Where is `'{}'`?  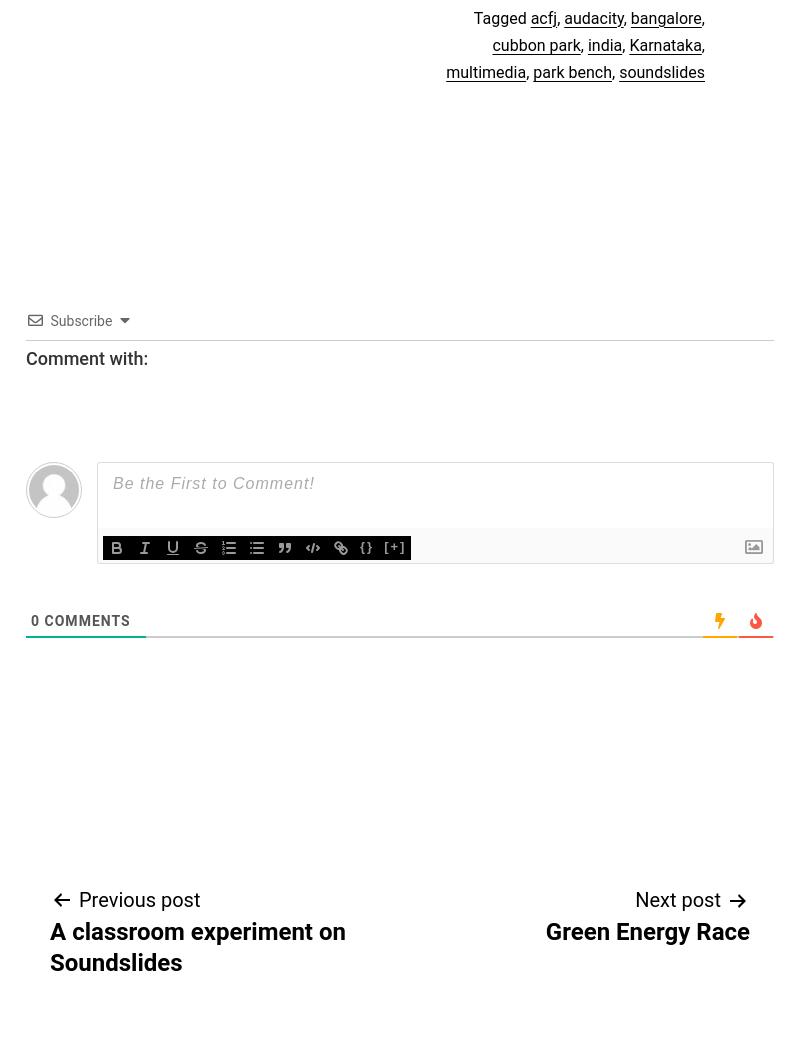 '{}' is located at coordinates (366, 545).